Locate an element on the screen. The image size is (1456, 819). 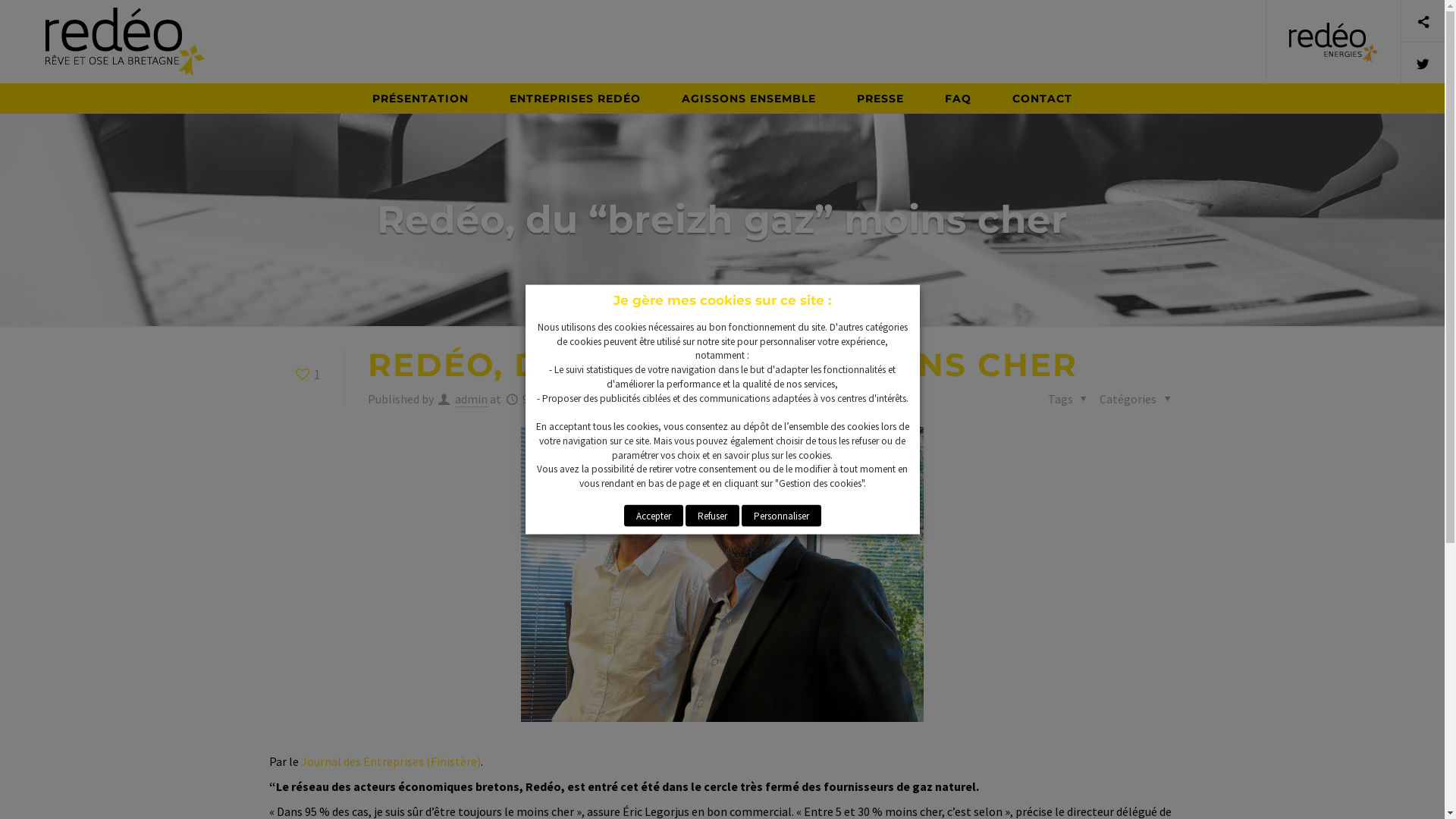
'AGISSONS ENSEMBLE' is located at coordinates (661, 99).